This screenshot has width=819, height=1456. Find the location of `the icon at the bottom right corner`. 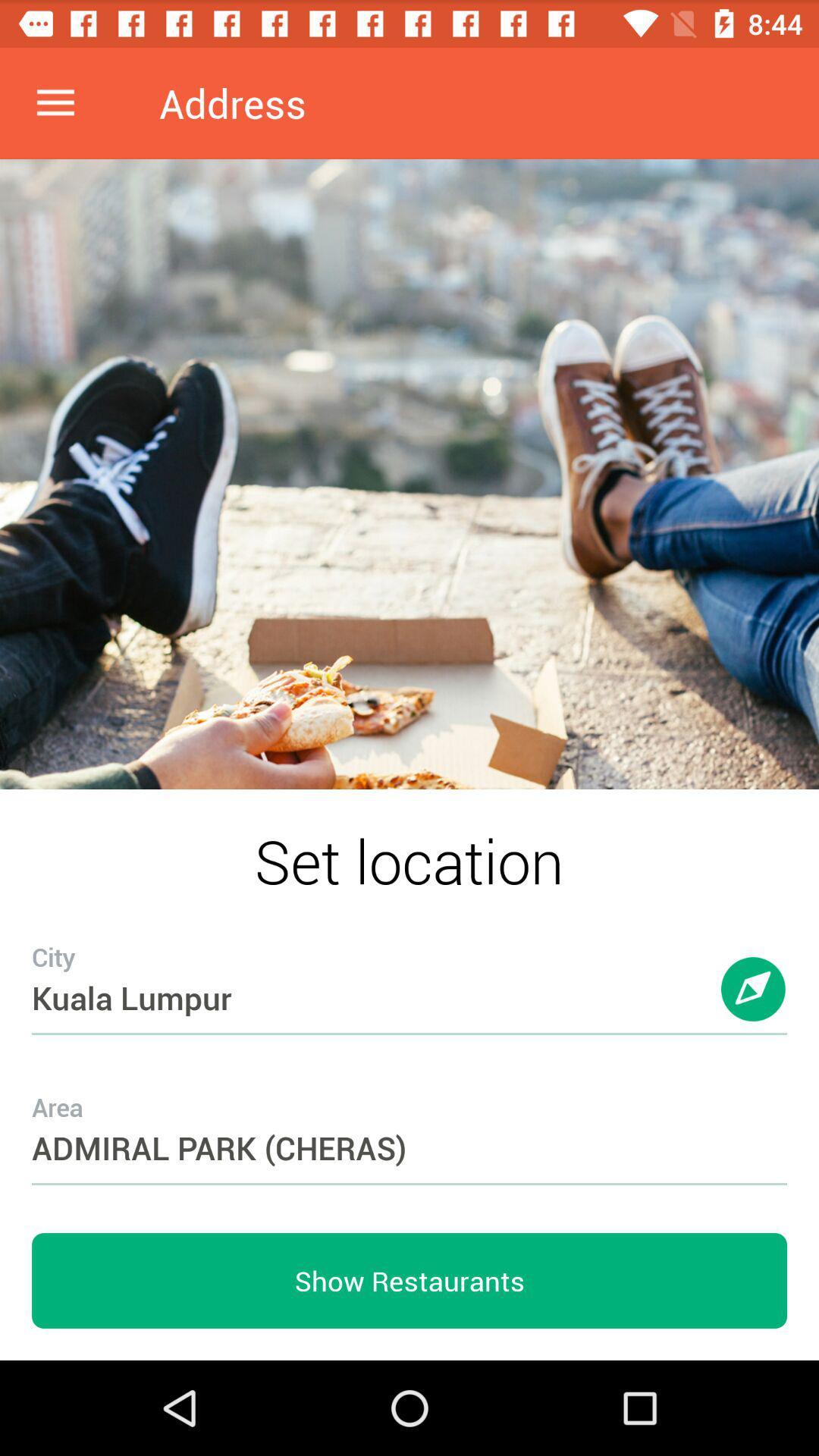

the icon at the bottom right corner is located at coordinates (754, 1004).